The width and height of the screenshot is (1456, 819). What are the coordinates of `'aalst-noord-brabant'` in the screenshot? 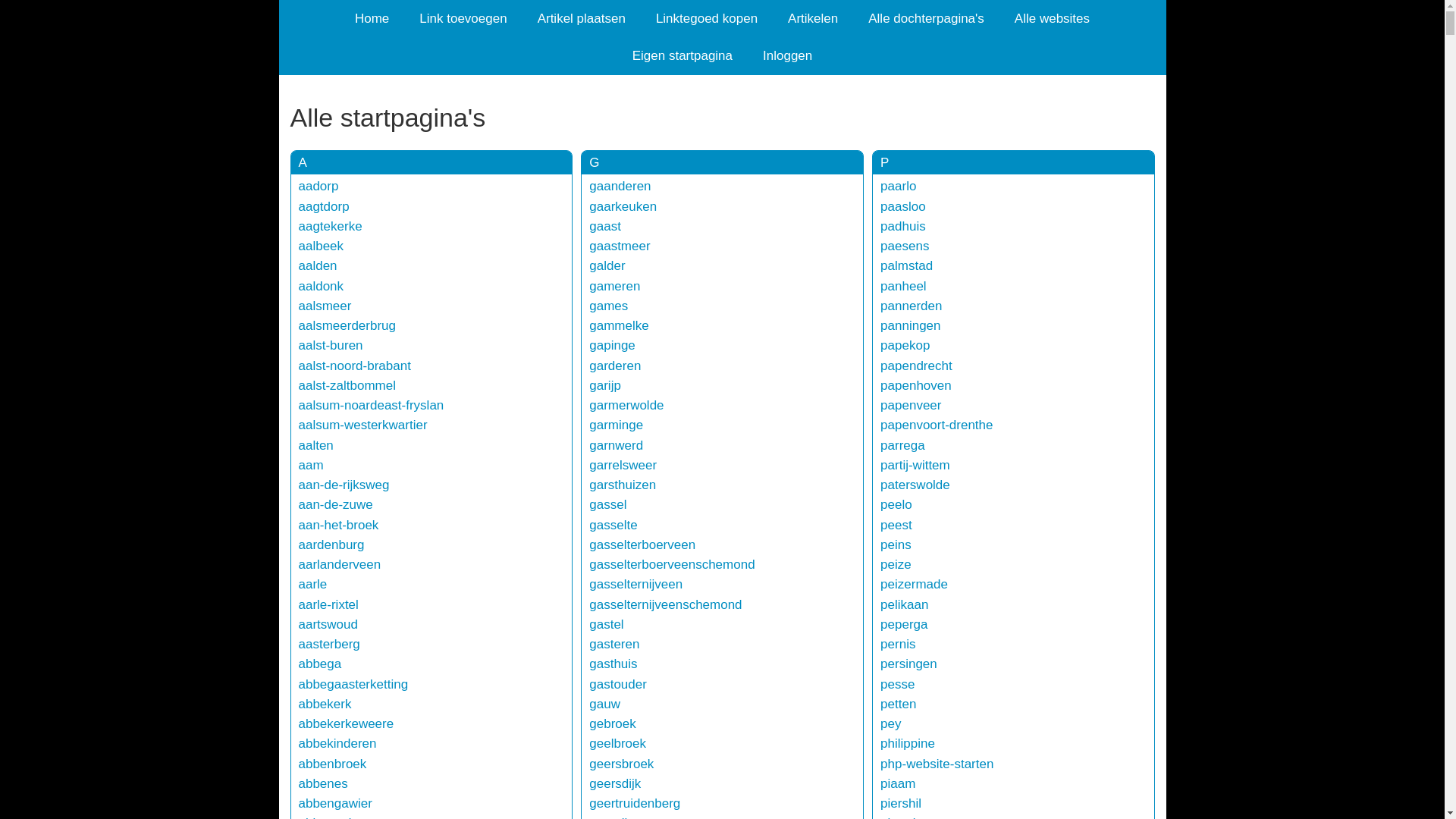 It's located at (353, 366).